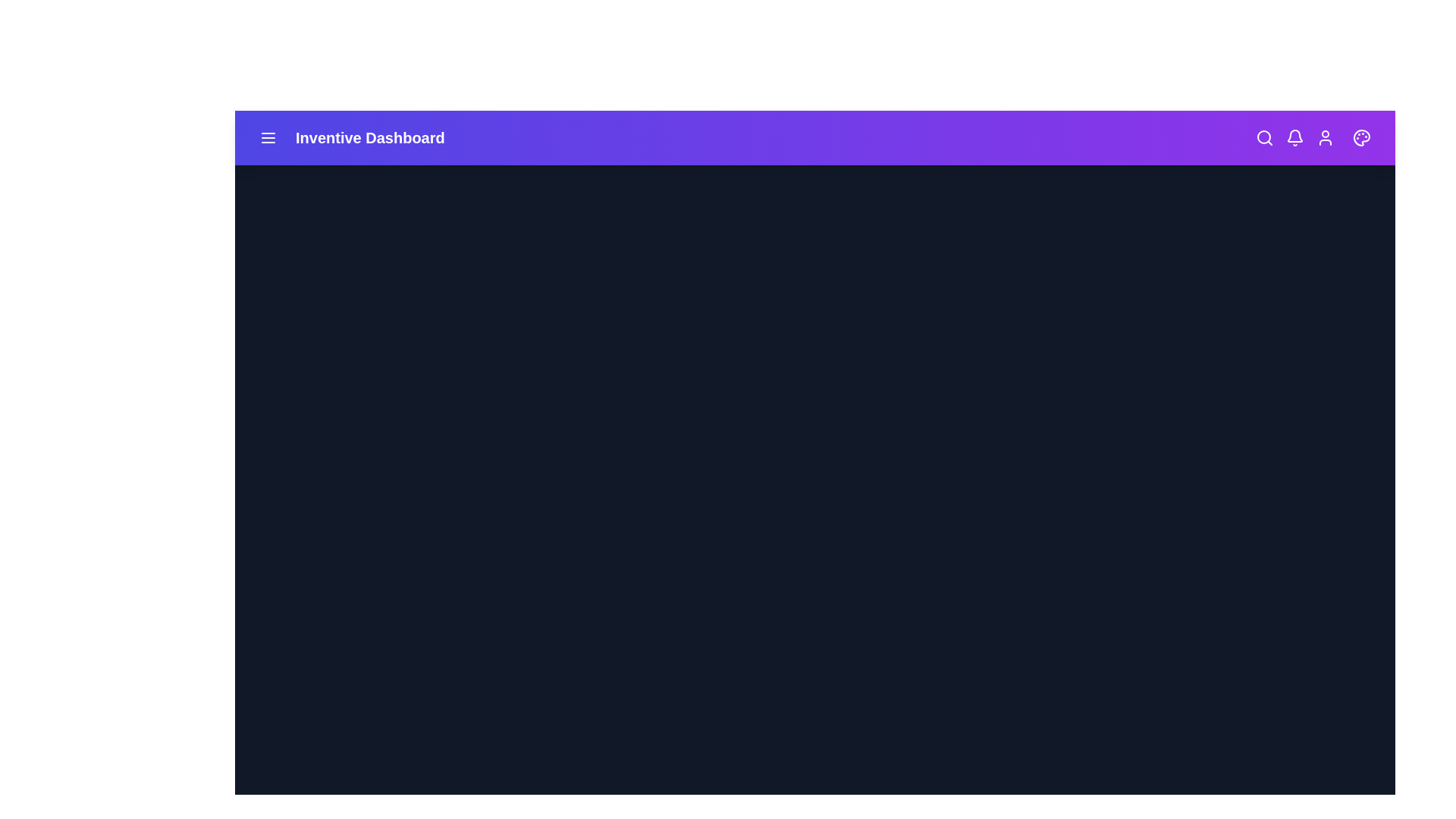  What do you see at coordinates (1361, 137) in the screenshot?
I see `the palette icon to toggle the theme` at bounding box center [1361, 137].